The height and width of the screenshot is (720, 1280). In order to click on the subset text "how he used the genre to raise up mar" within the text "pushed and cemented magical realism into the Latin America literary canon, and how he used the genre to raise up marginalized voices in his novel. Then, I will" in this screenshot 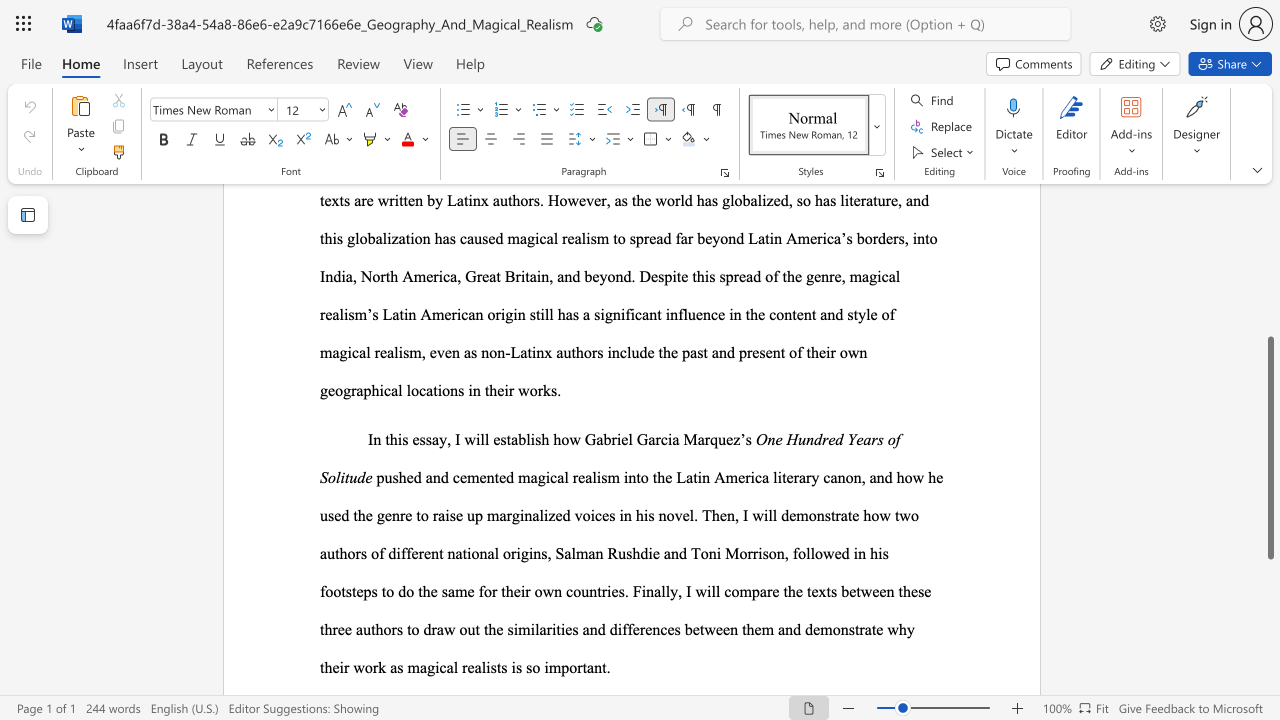, I will do `click(895, 477)`.